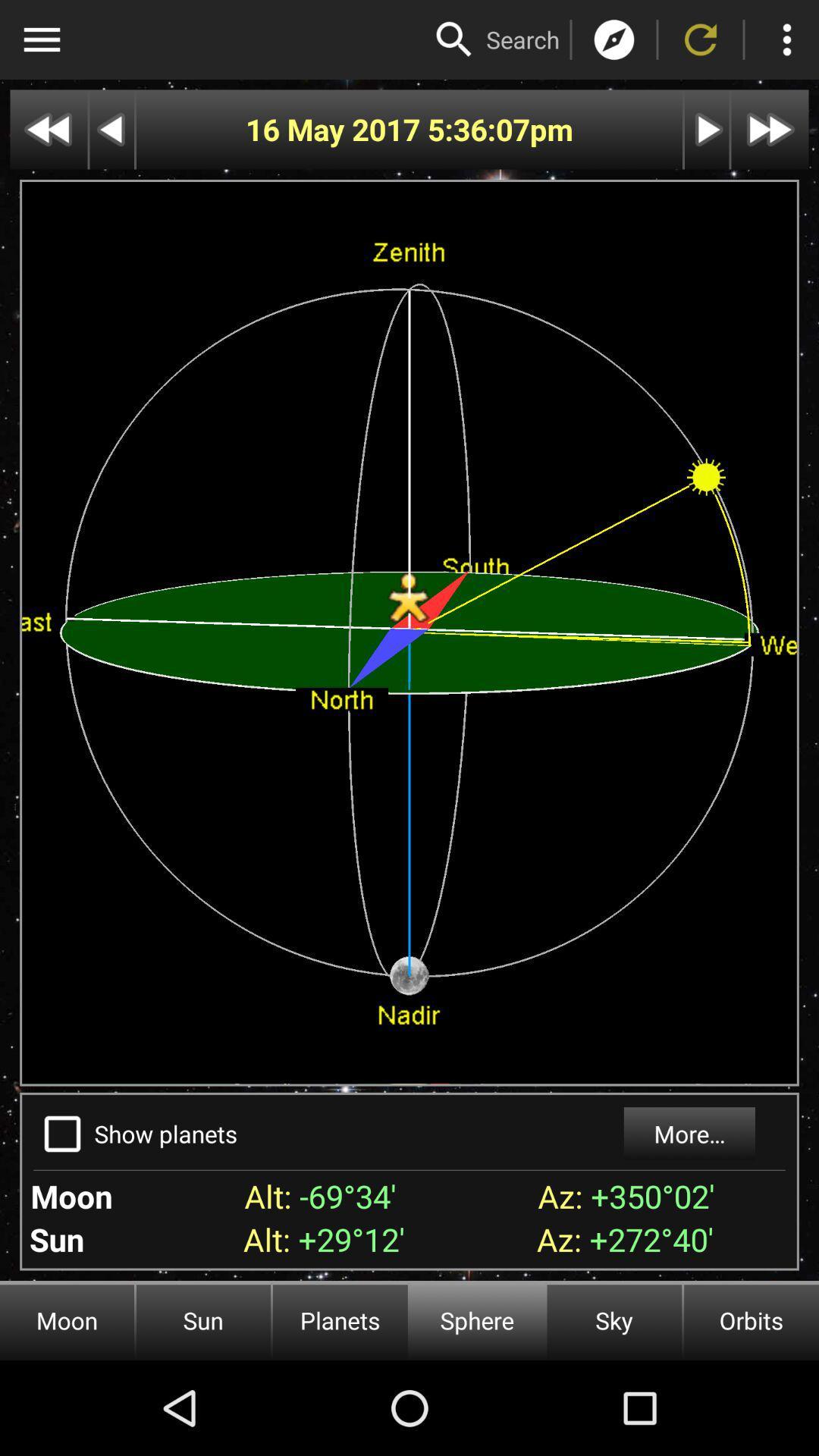  I want to click on the play icon, so click(707, 130).